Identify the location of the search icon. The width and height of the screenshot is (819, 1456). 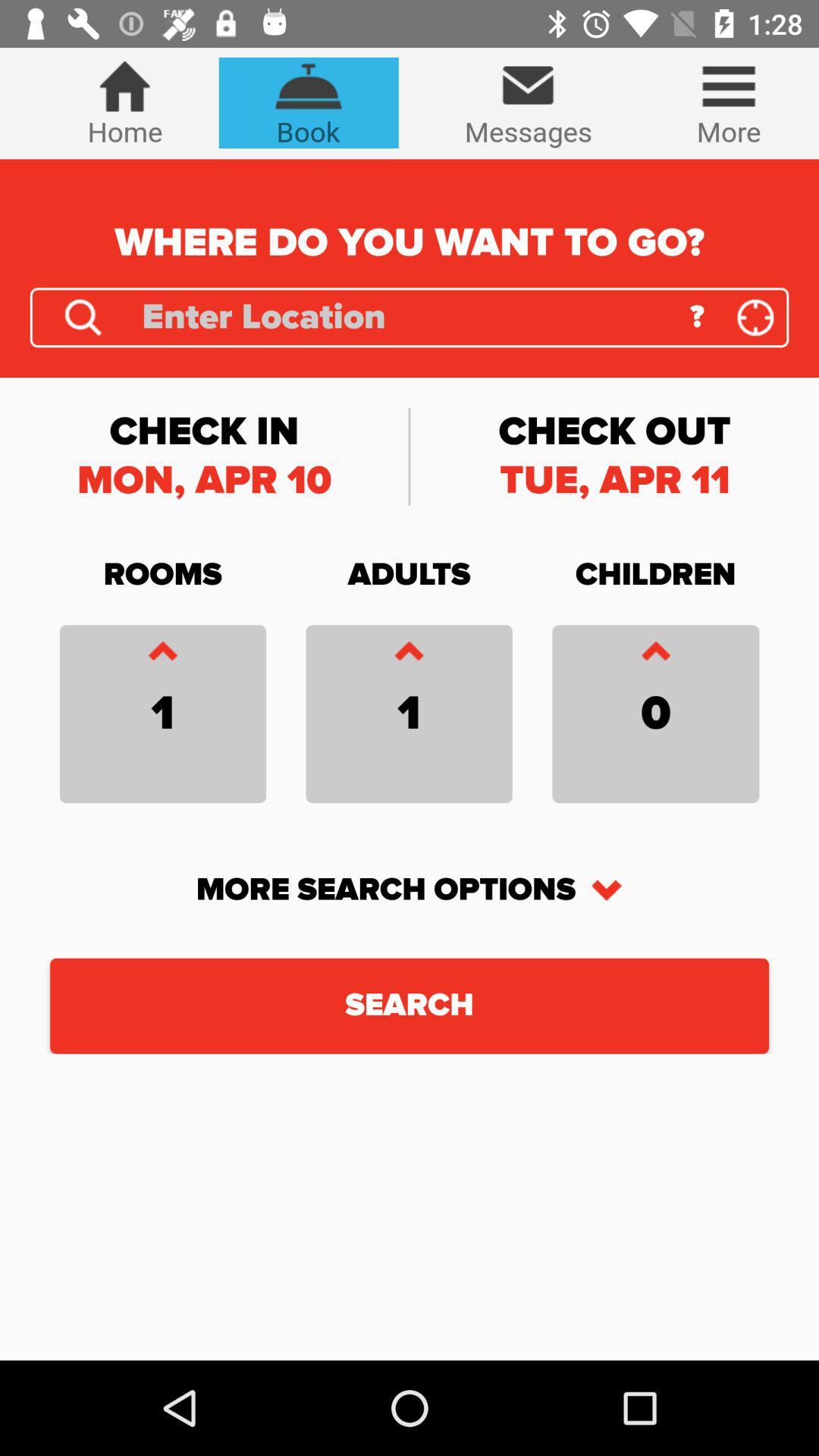
(83, 316).